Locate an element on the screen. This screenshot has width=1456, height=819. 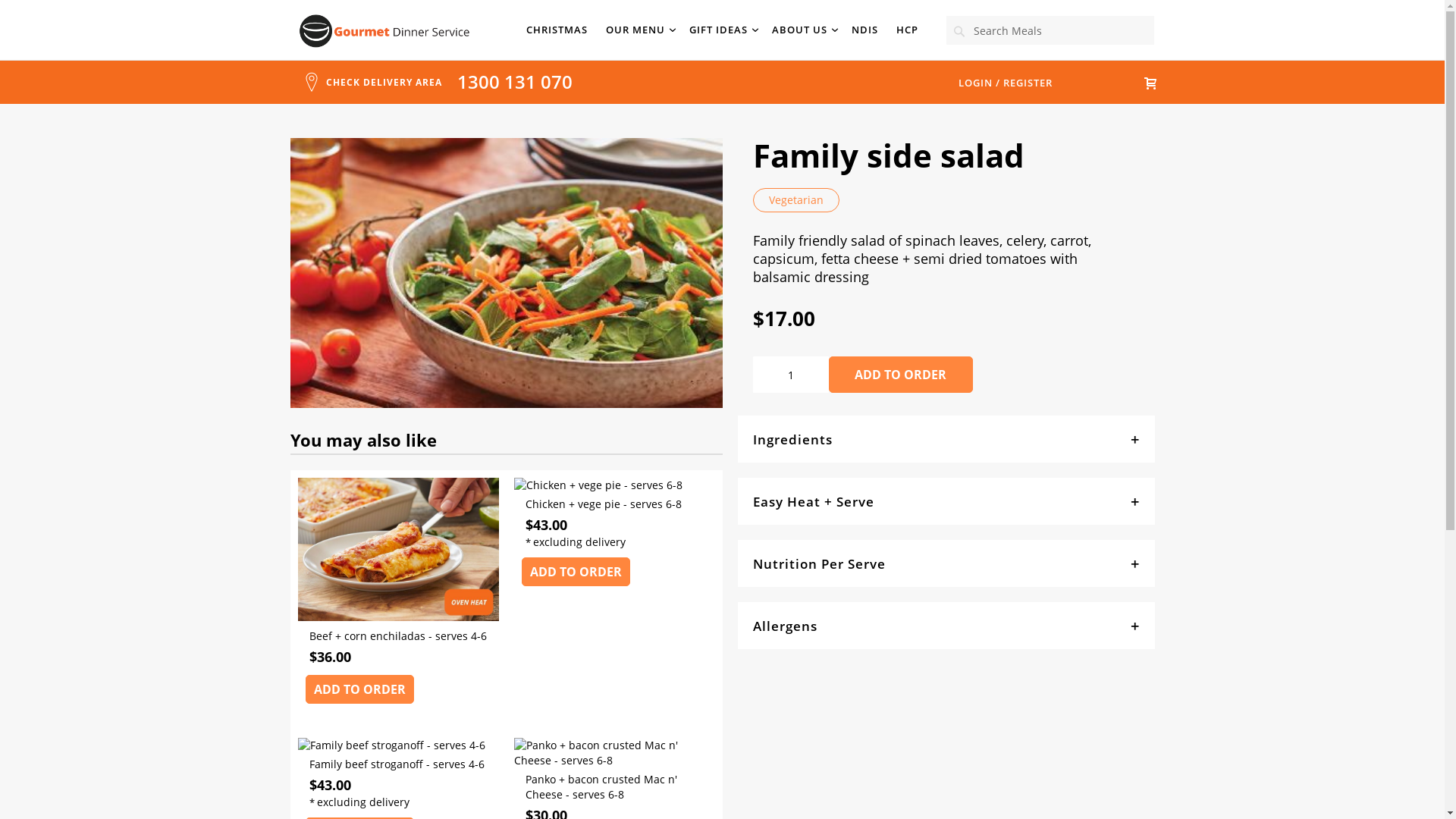
'Beef + corn enchiladas - serves 4-6' is located at coordinates (397, 645).